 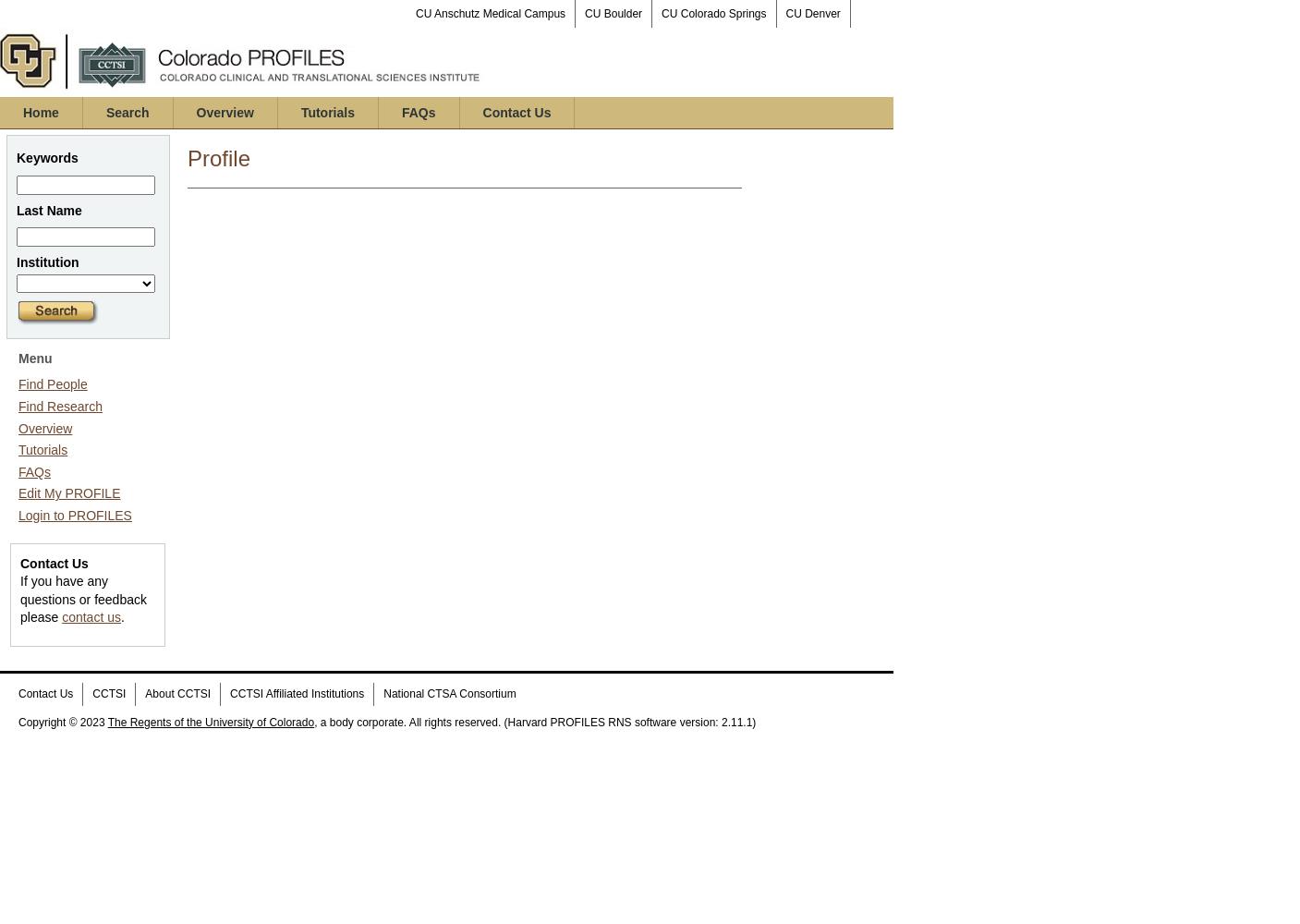 I want to click on 'The Regents of the University
                            of Colorado', so click(x=209, y=722).